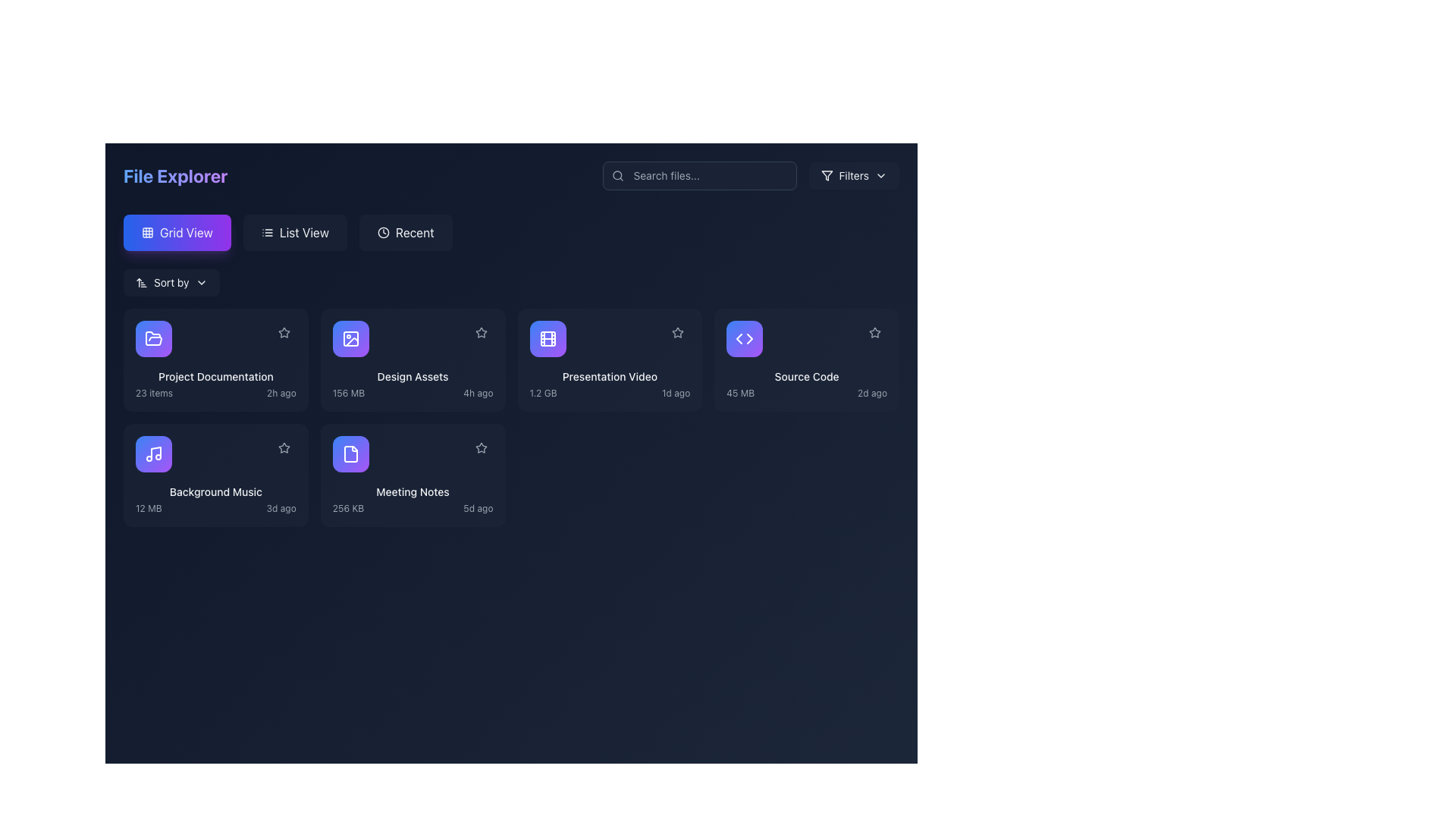 Image resolution: width=1456 pixels, height=819 pixels. I want to click on the text element displaying 'File Explorer' which is styled with a gradient from blue to purple and located at the top-left corner of the section, so click(175, 174).